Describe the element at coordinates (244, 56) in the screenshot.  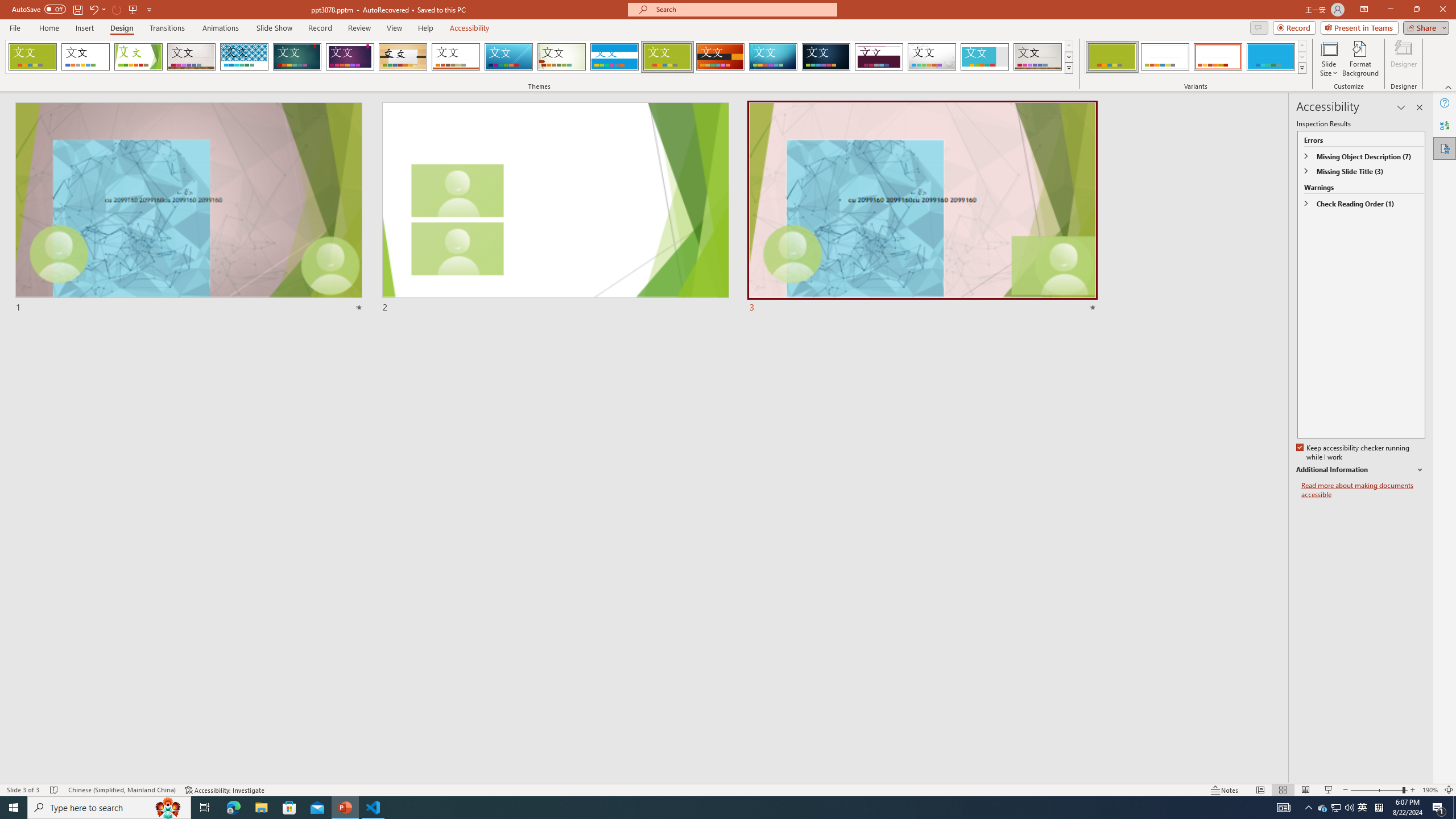
I see `'Integral'` at that location.